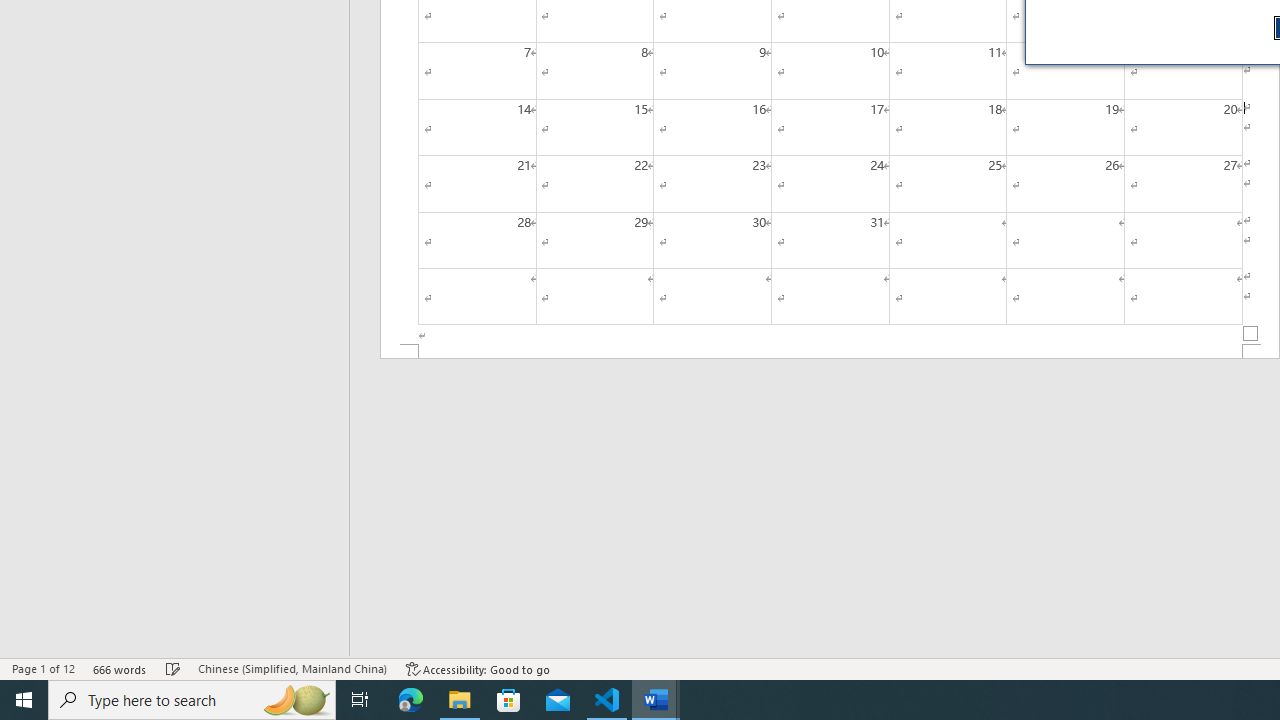 The height and width of the screenshot is (720, 1280). I want to click on 'Footer -Section 1-', so click(830, 350).